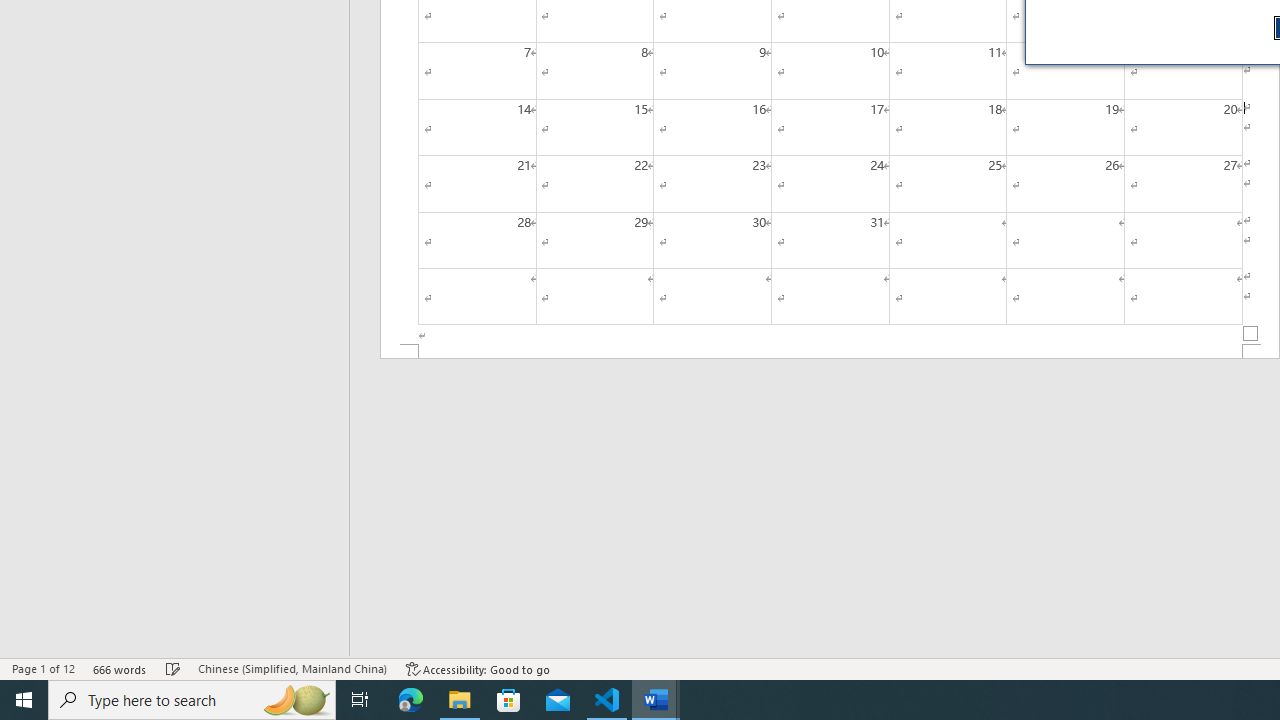 The height and width of the screenshot is (720, 1280). I want to click on 'Footer -Section 1-', so click(830, 350).